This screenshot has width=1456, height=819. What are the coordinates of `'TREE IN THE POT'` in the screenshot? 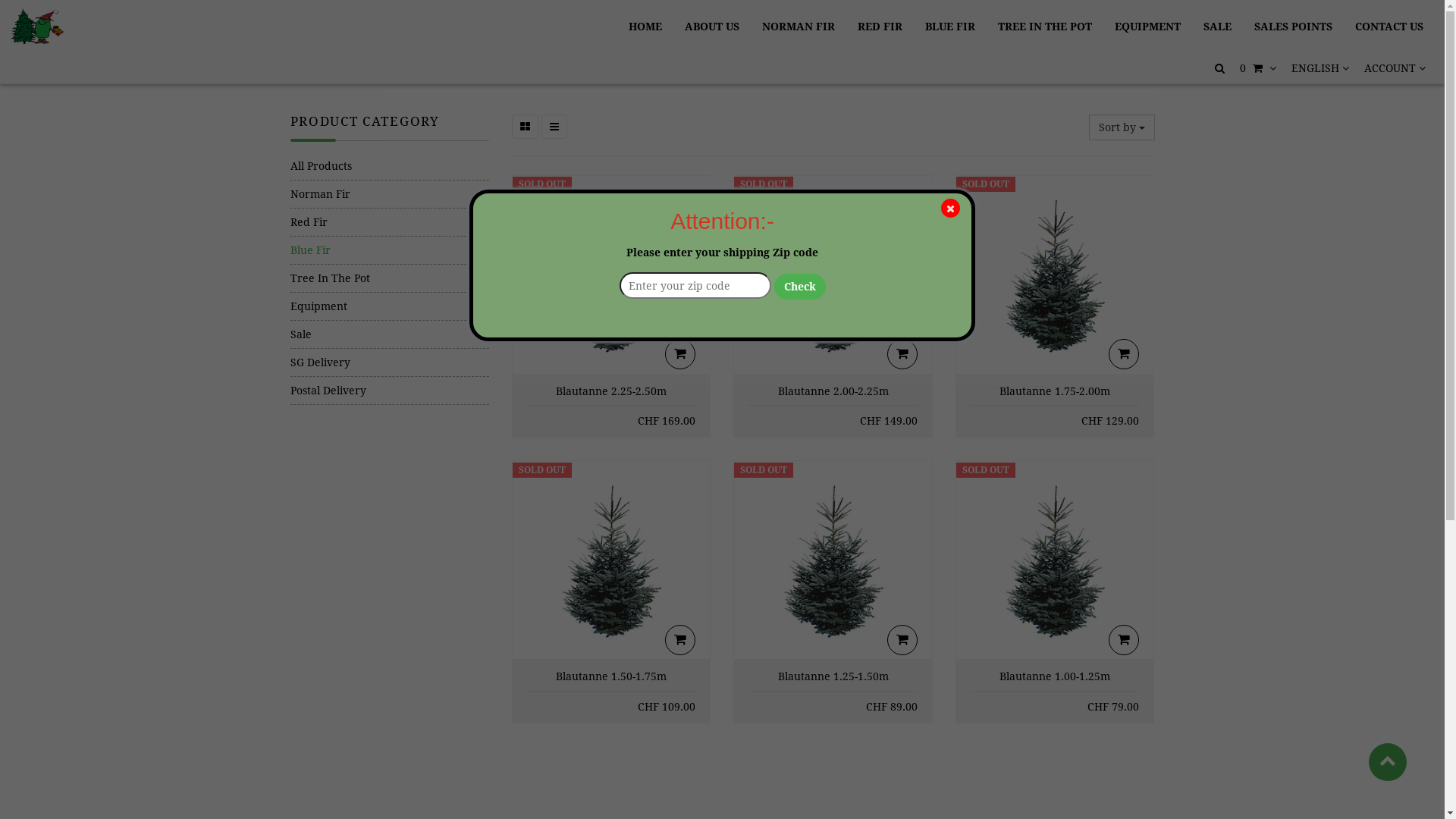 It's located at (987, 26).